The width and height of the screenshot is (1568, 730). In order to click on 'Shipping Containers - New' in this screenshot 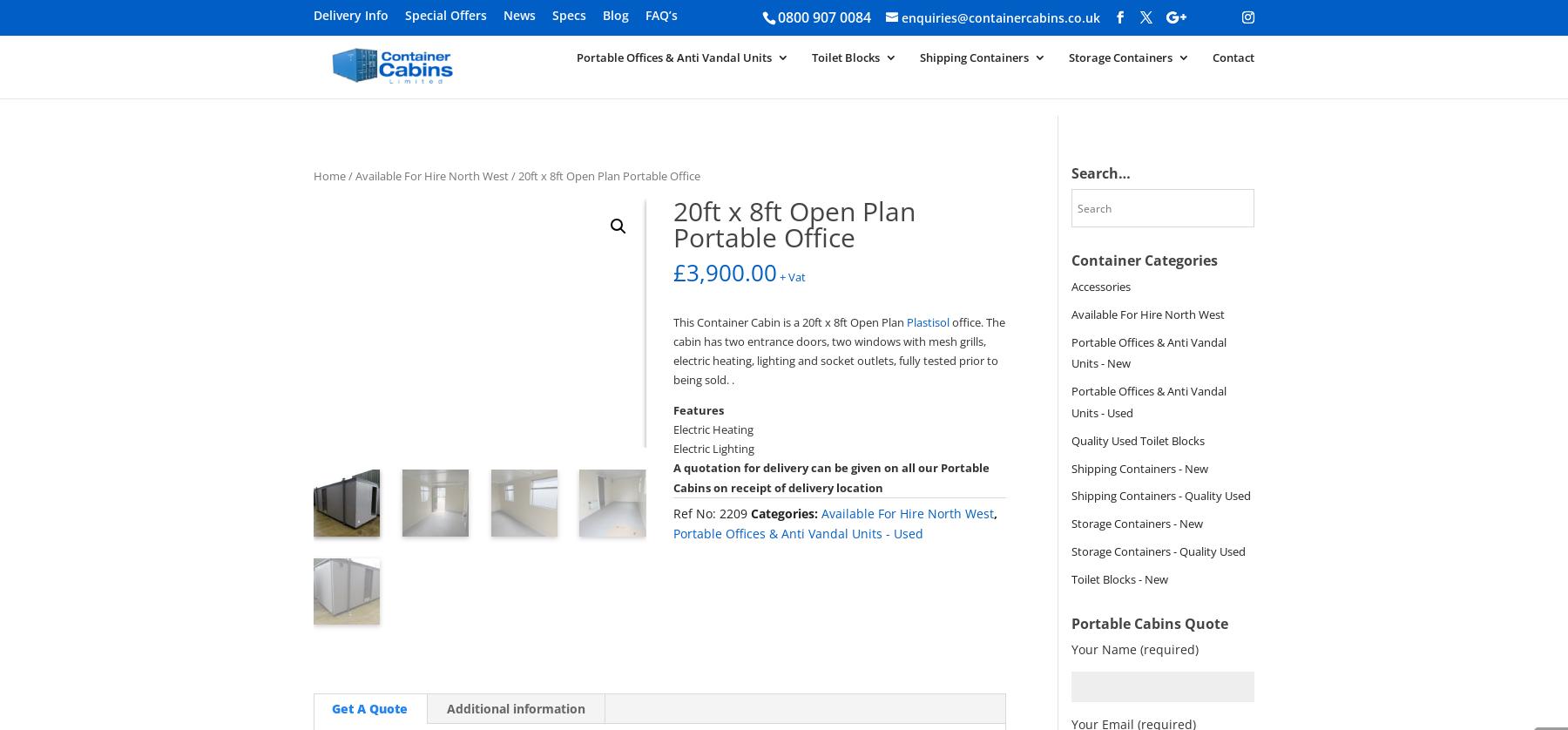, I will do `click(1070, 468)`.